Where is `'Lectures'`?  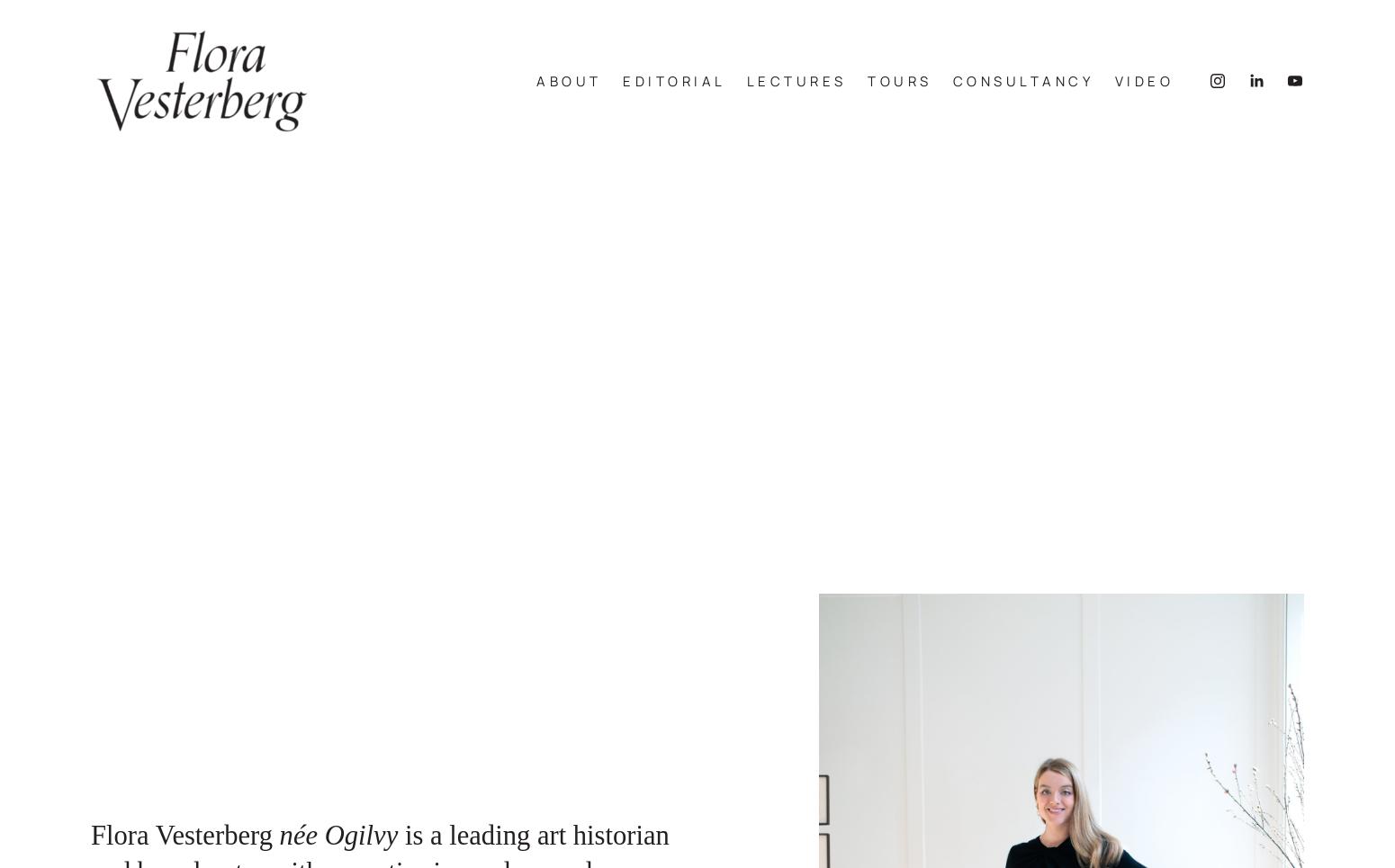 'Lectures' is located at coordinates (744, 89).